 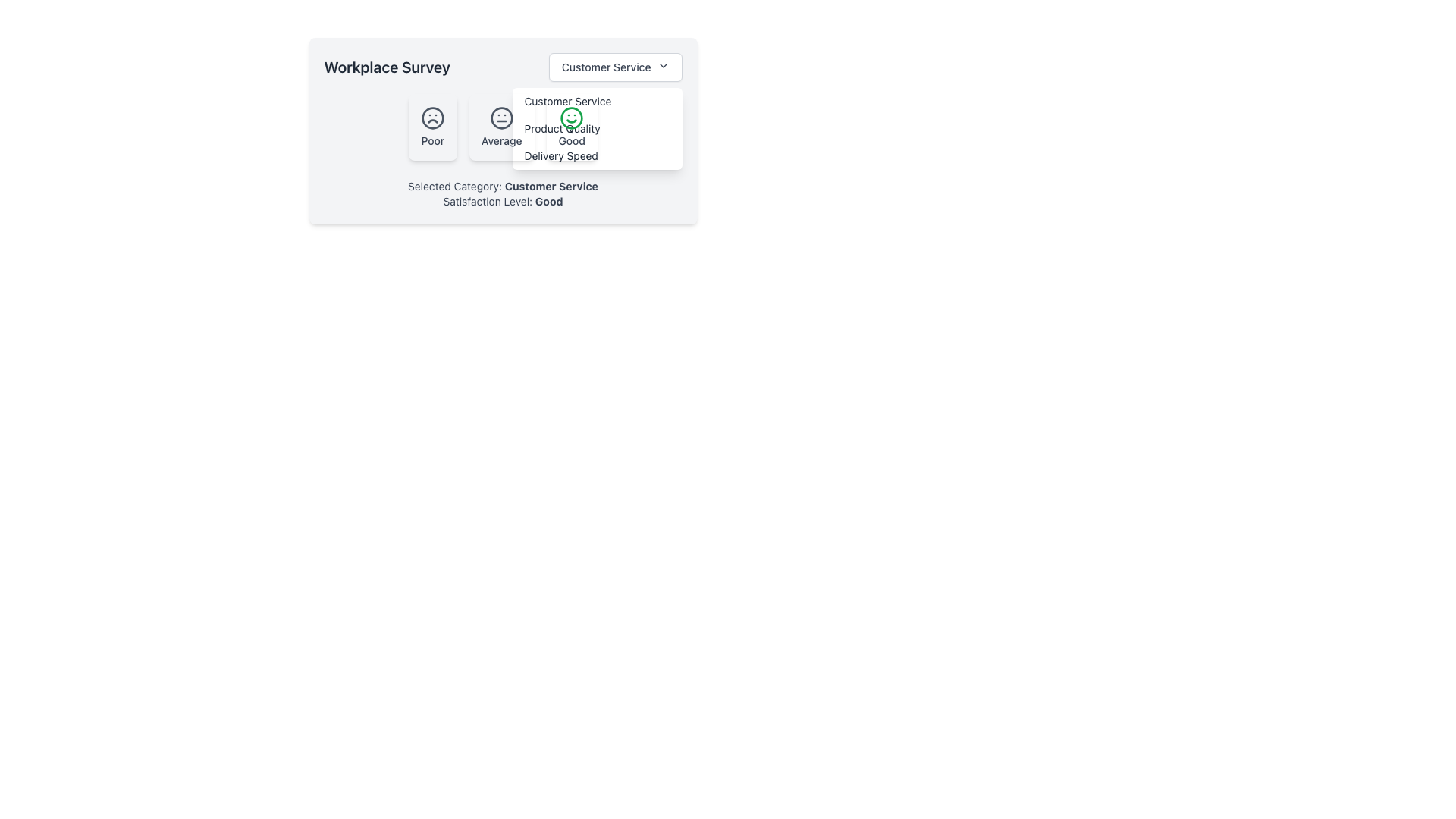 I want to click on the text label displaying 'Good', so click(x=548, y=200).